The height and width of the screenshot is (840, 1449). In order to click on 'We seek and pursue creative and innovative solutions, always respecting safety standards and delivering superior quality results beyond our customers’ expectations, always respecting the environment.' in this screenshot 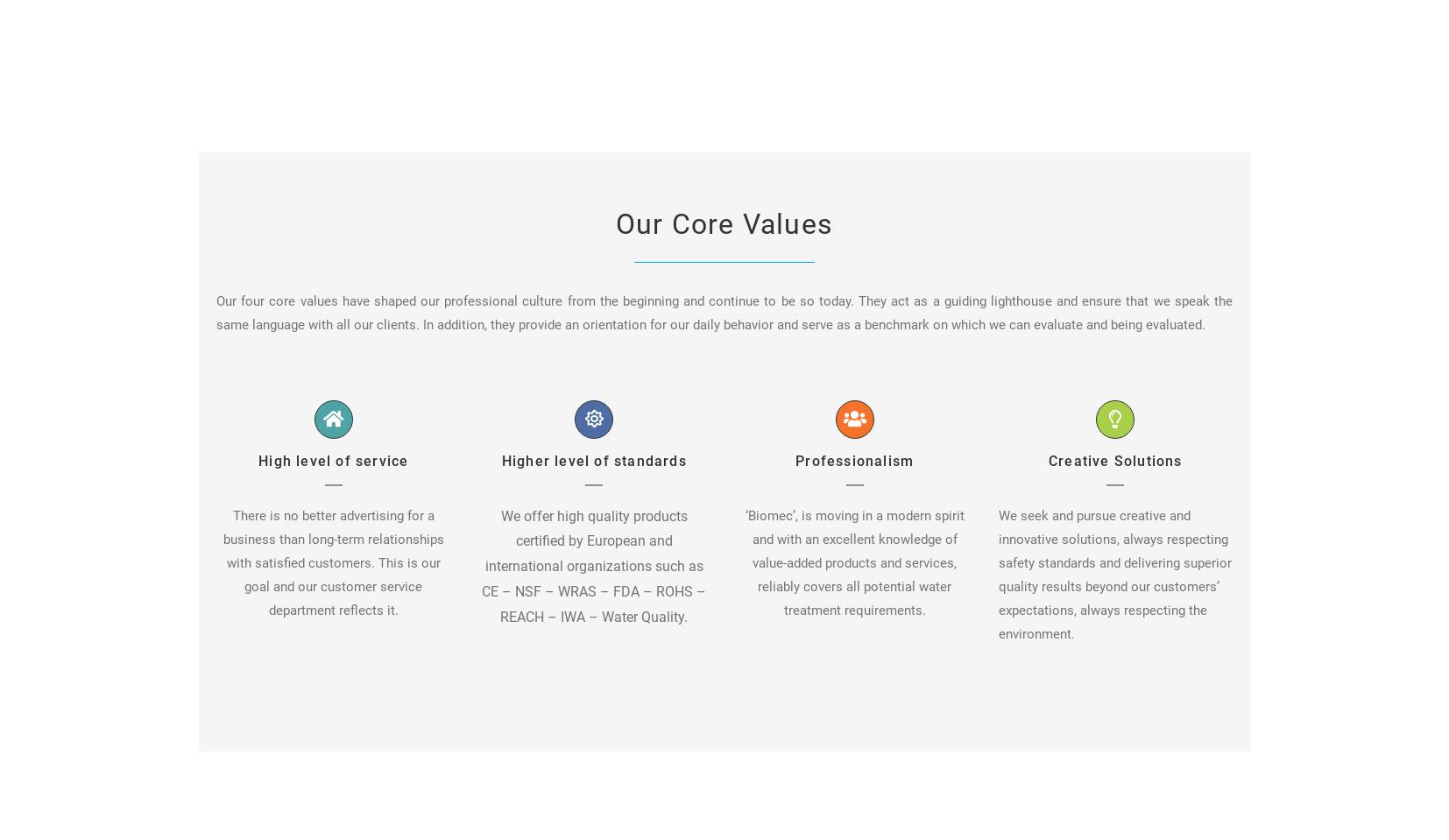, I will do `click(1113, 574)`.